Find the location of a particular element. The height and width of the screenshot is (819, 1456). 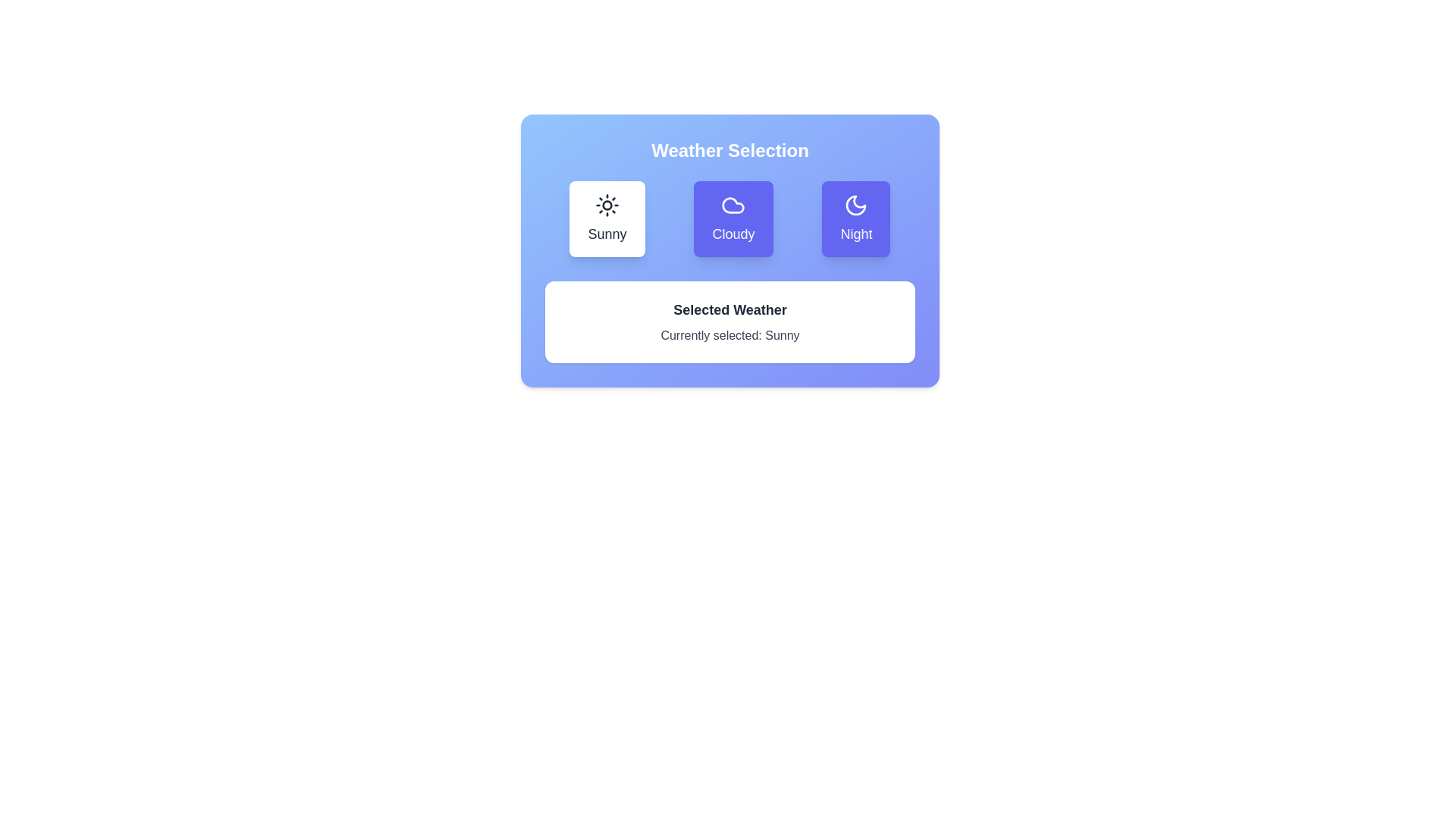

the 'Cloudy' button, which is a rectangular button with a purple background and a cloud icon is located at coordinates (733, 219).